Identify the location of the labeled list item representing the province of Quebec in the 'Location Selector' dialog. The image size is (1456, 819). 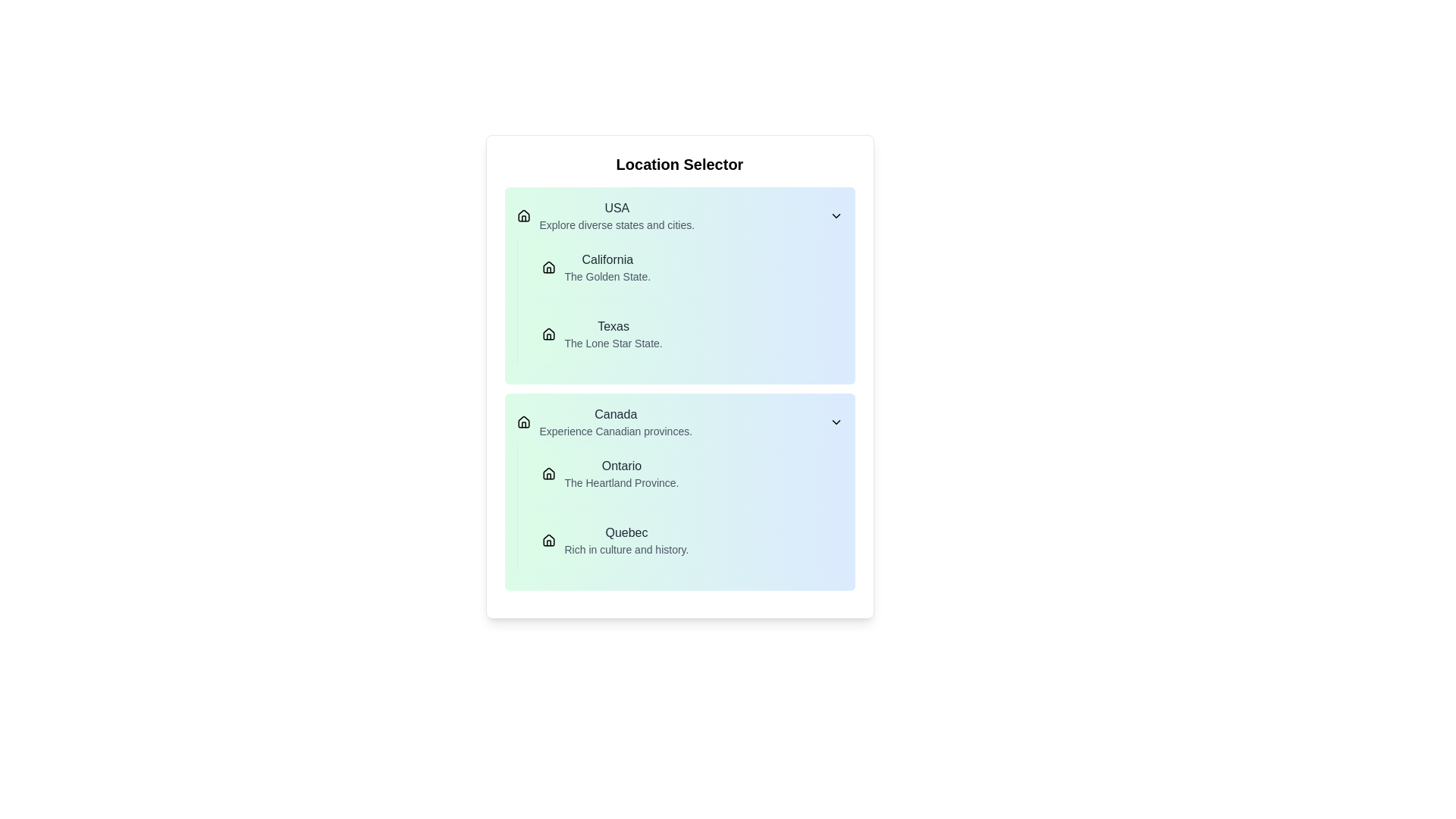
(626, 540).